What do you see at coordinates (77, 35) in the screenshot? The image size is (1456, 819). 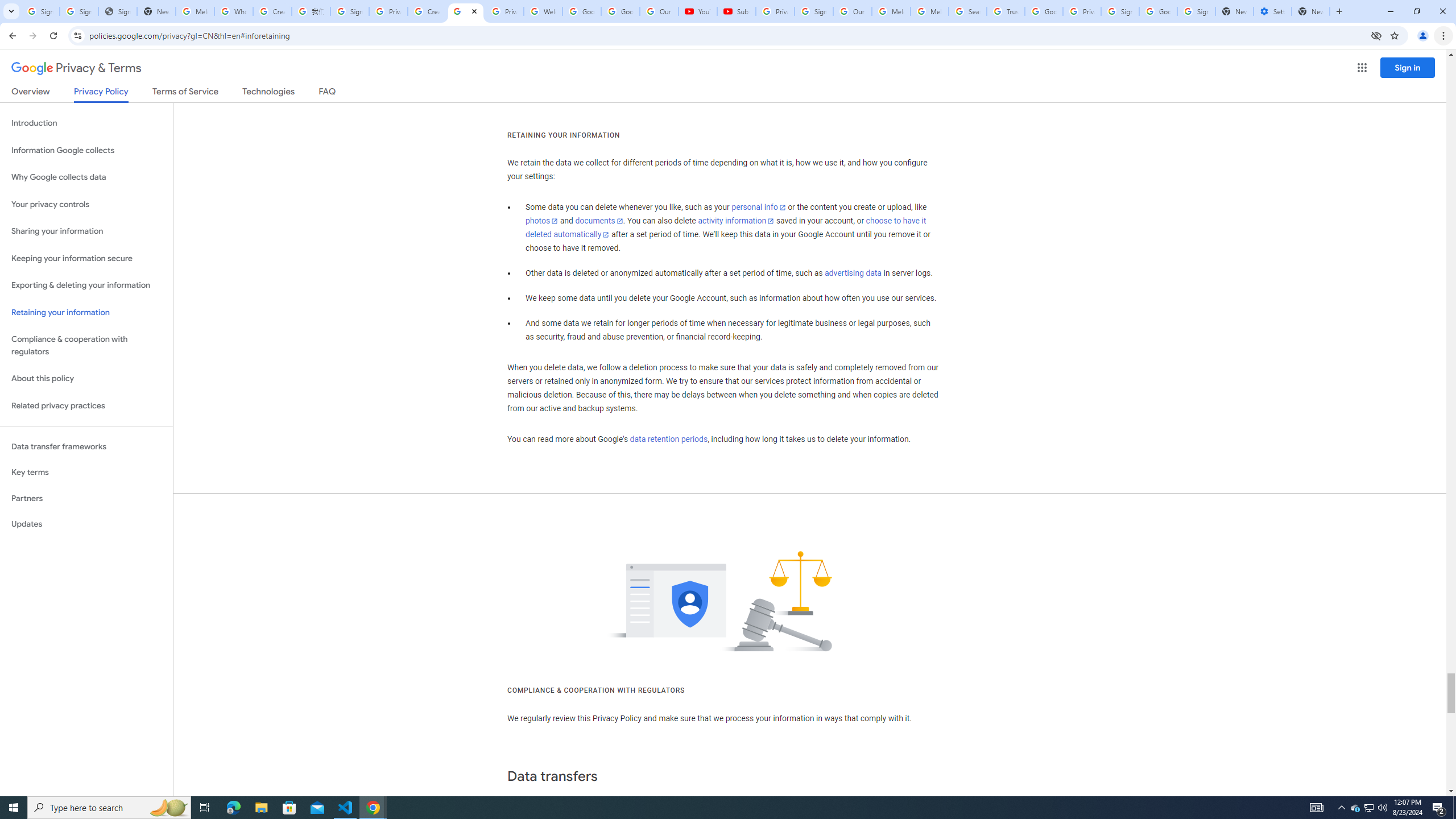 I see `'View site information'` at bounding box center [77, 35].